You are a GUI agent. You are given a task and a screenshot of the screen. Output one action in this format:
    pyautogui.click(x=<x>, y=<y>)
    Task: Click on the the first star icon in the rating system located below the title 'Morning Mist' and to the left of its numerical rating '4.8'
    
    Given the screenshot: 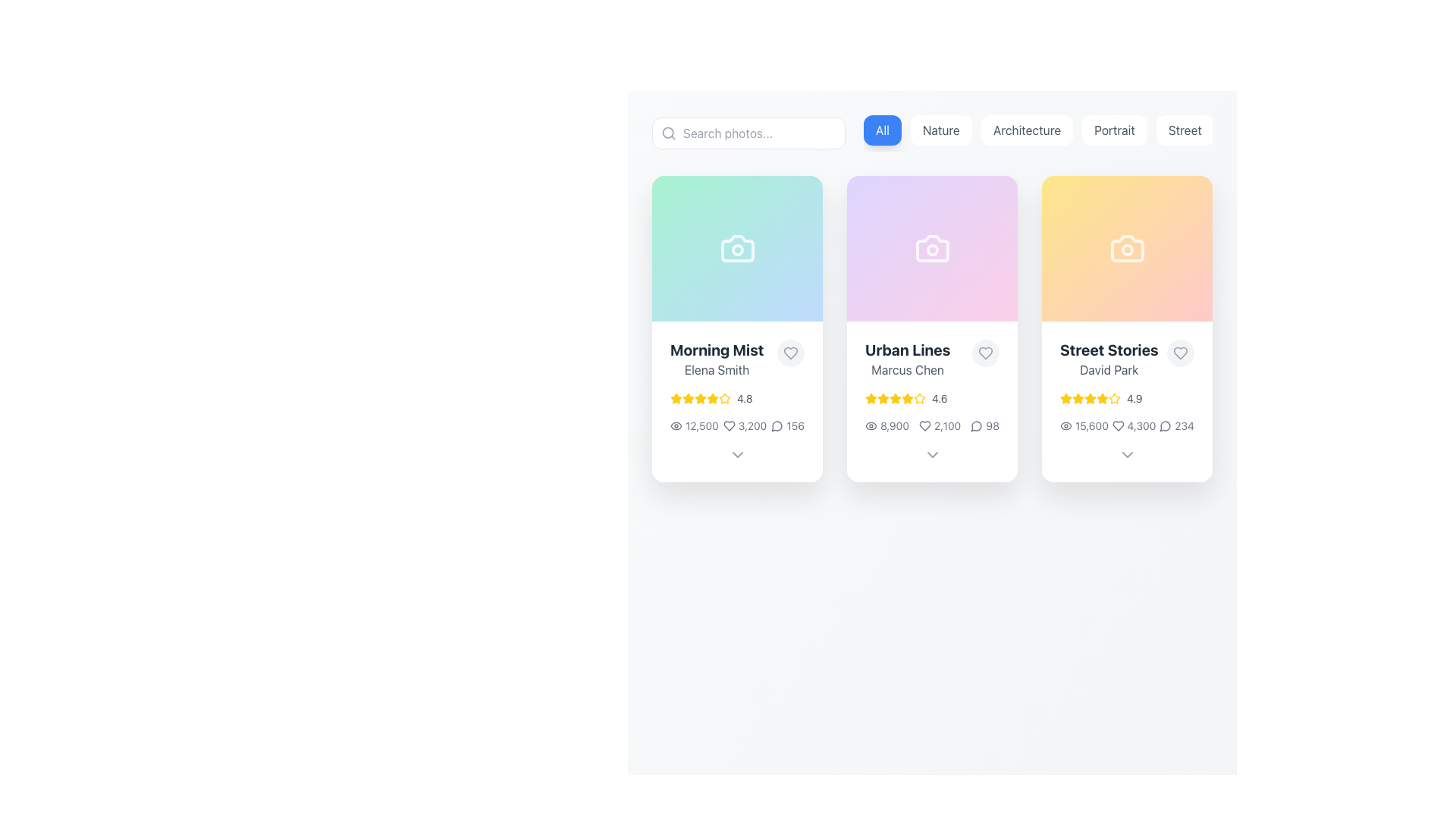 What is the action you would take?
    pyautogui.click(x=676, y=397)
    